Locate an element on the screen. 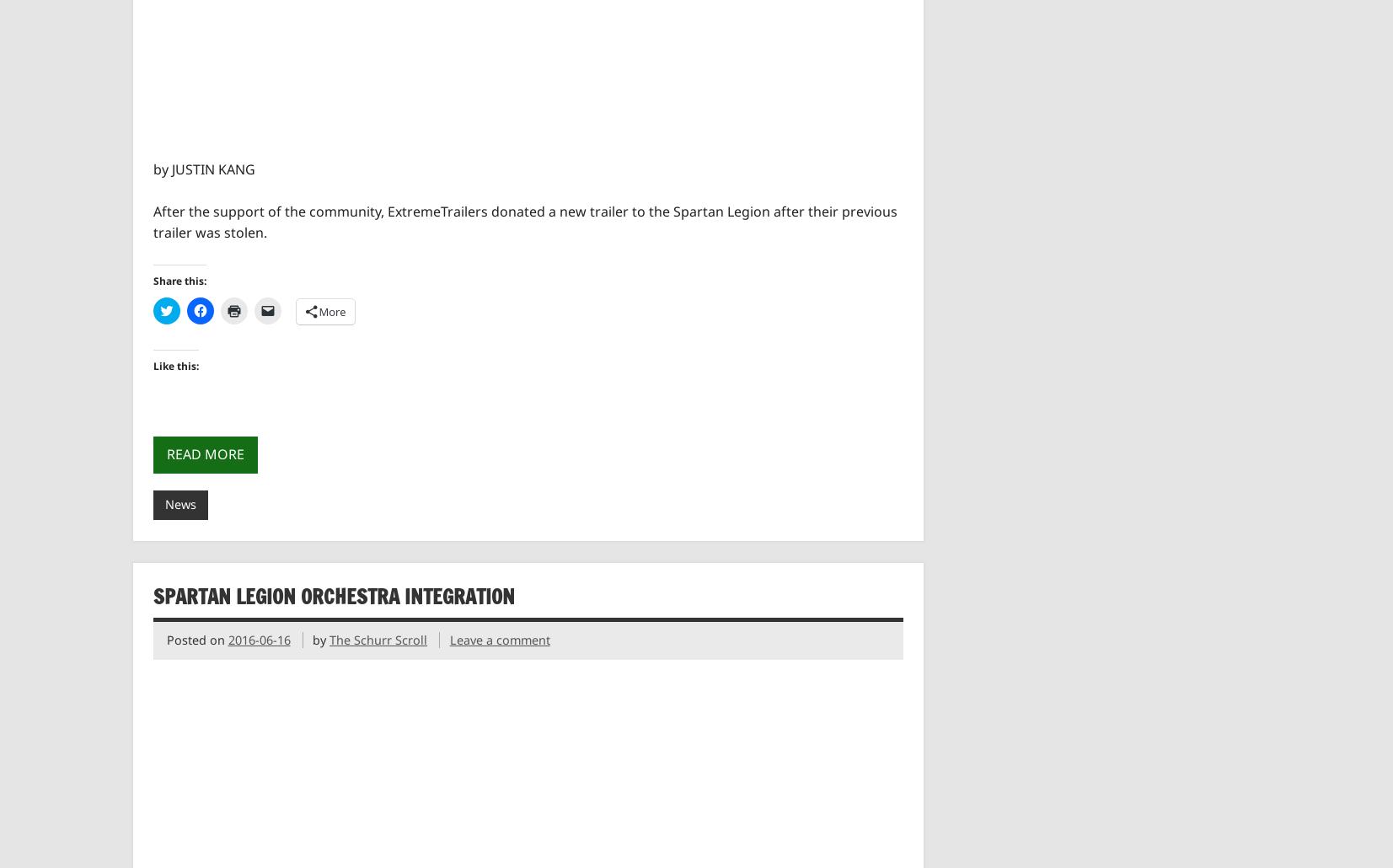  'Leave a comment' is located at coordinates (498, 640).